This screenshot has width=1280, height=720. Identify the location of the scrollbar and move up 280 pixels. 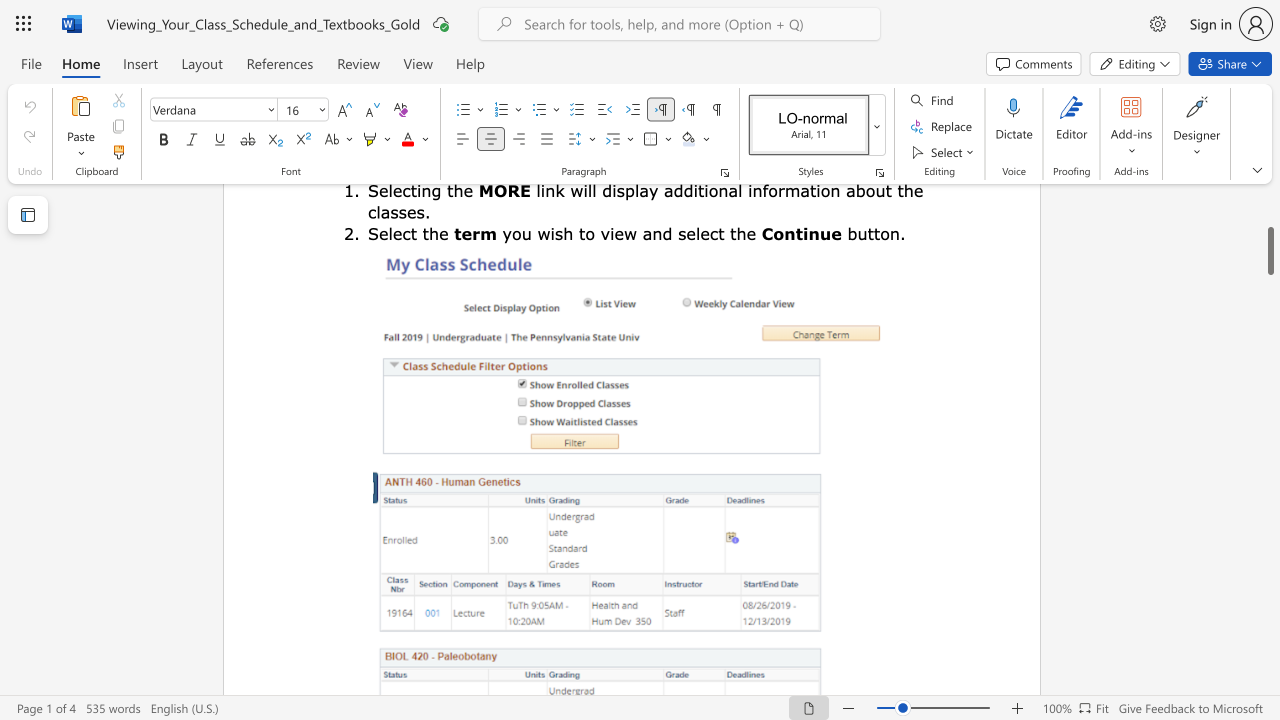
(1269, 250).